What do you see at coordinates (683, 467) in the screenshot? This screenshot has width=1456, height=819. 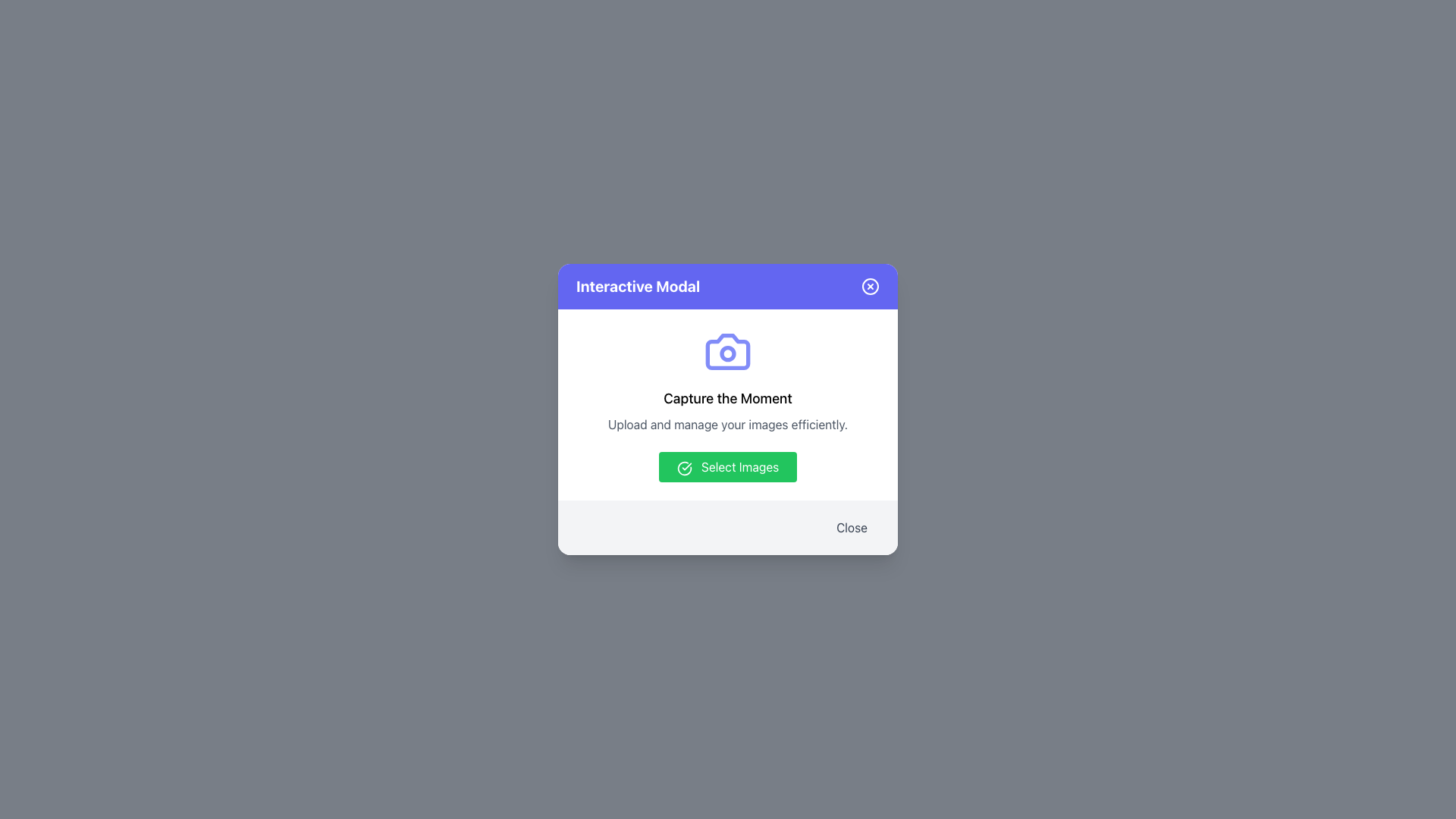 I see `the checkmark icon inside a green circle, which is located to the left of the 'Select Images' button` at bounding box center [683, 467].